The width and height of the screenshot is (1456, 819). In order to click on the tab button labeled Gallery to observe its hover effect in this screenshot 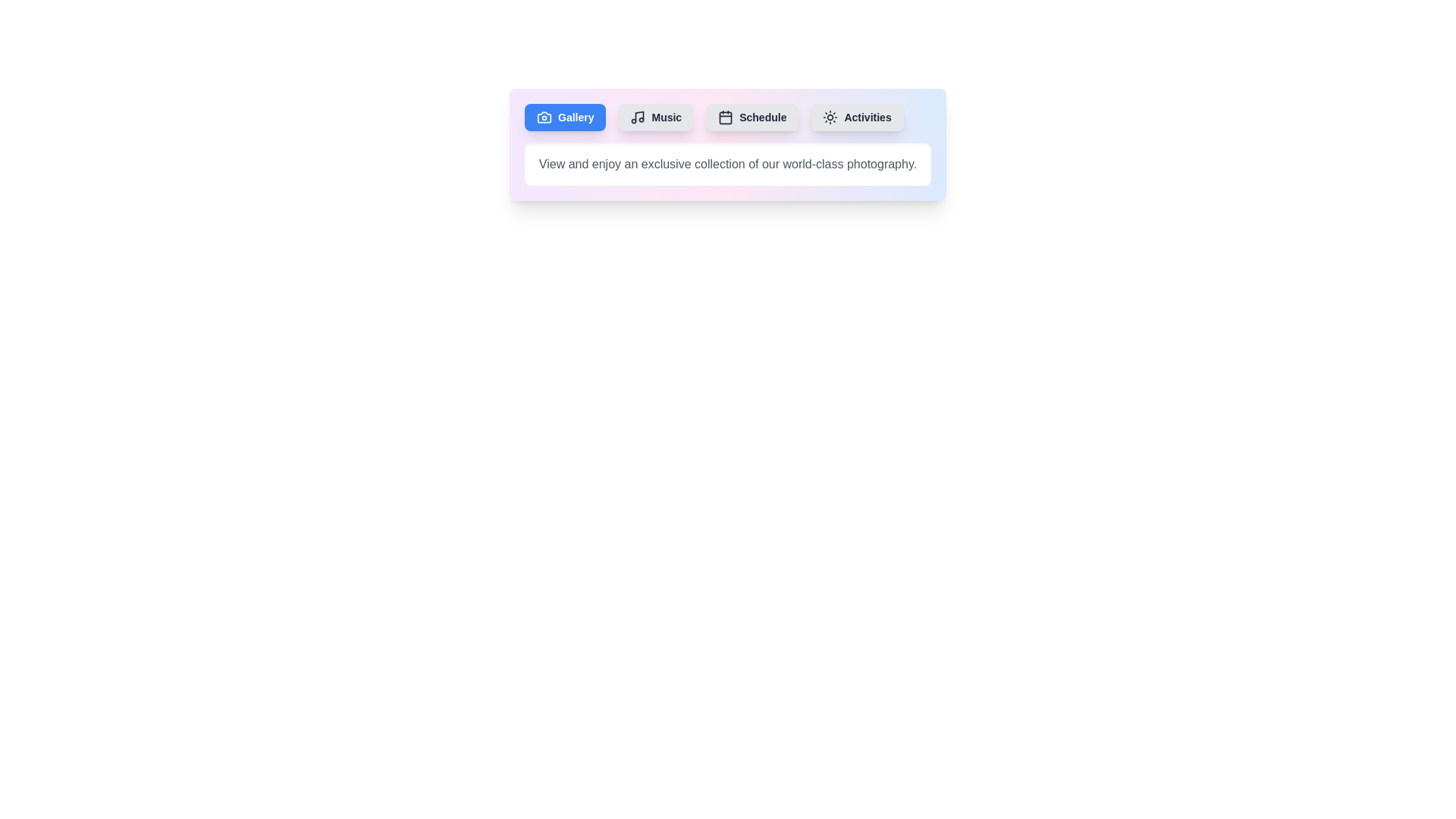, I will do `click(564, 116)`.